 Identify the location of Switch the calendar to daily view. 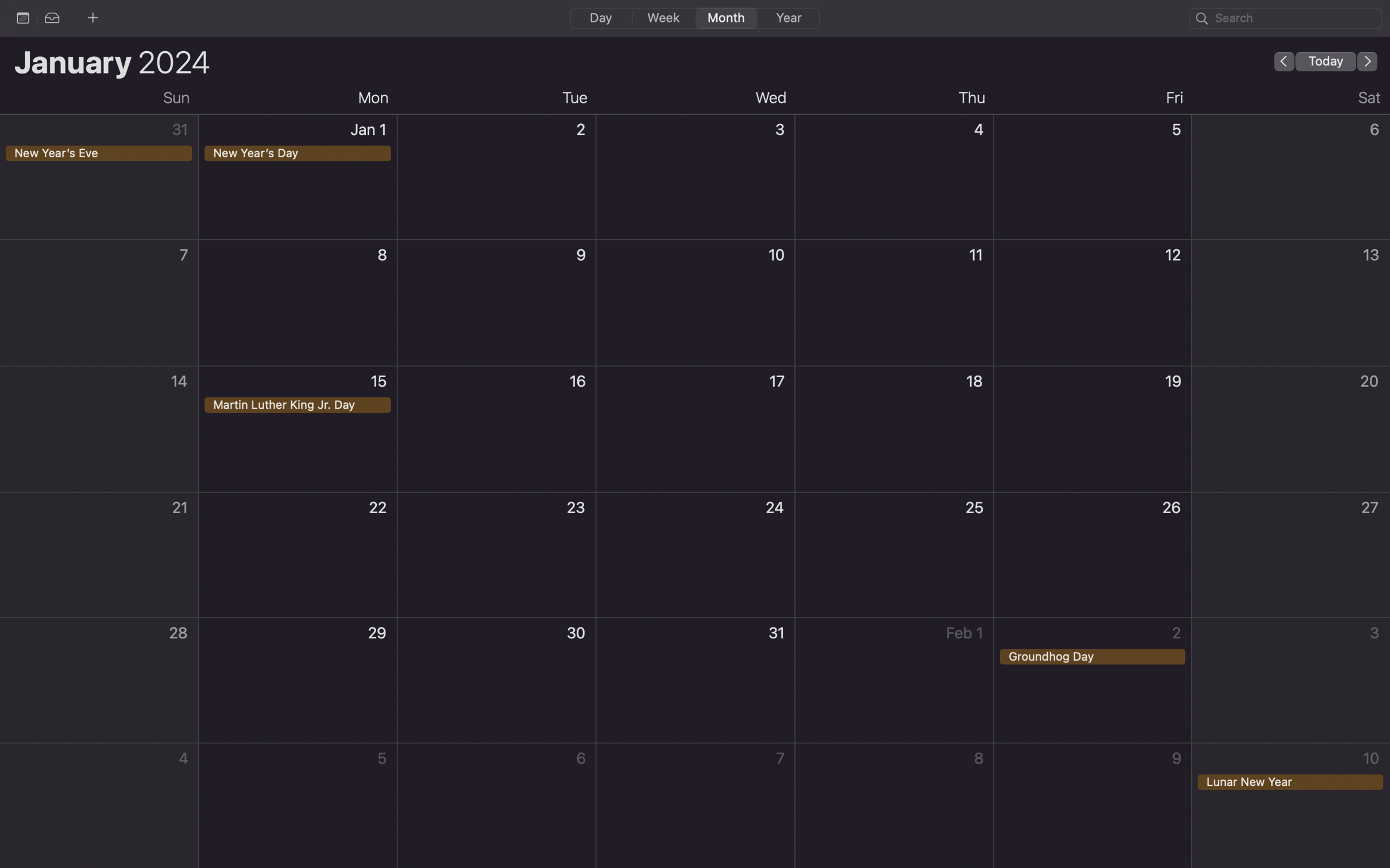
(600, 17).